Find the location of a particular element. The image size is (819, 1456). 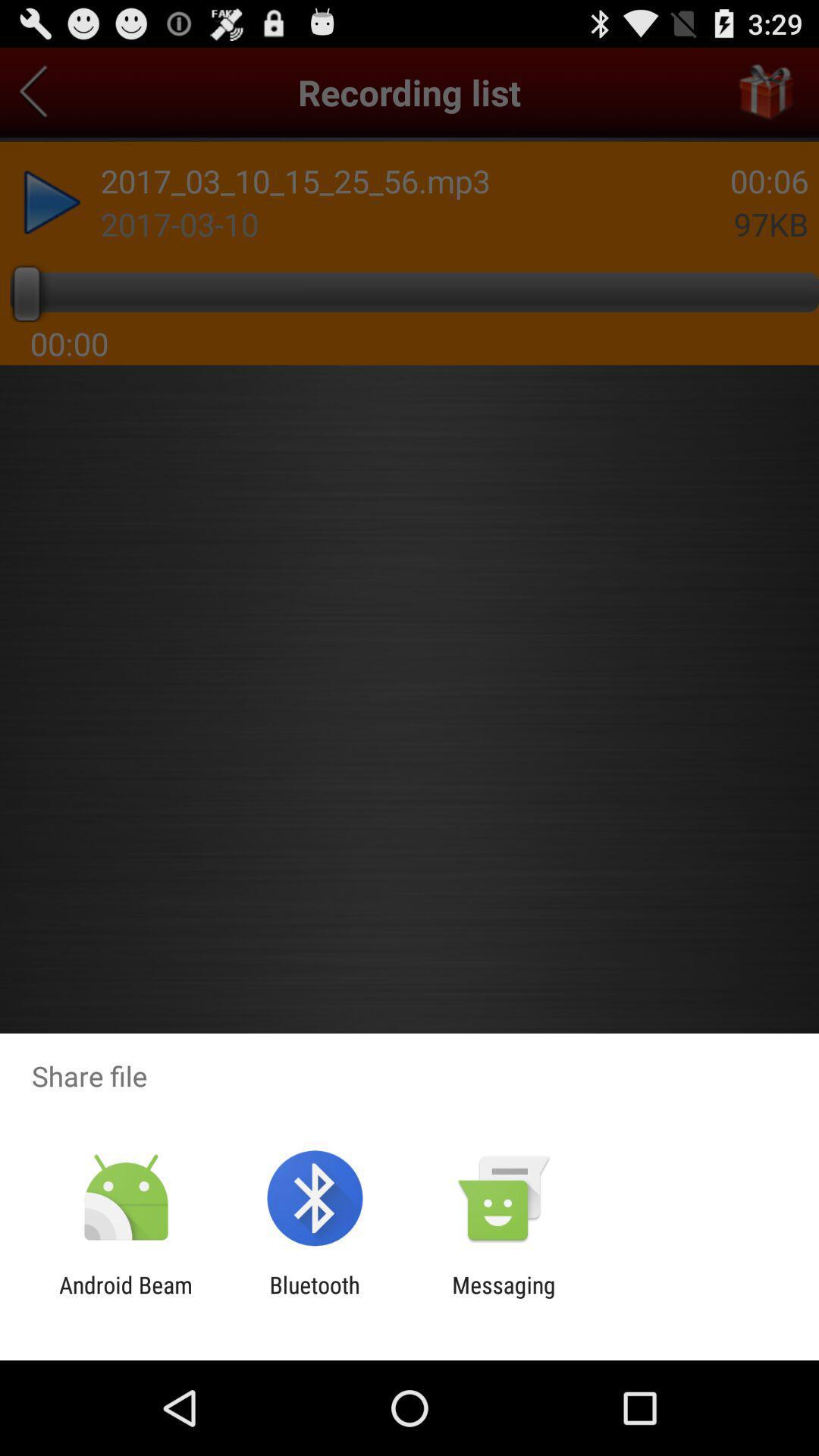

the bluetooth icon is located at coordinates (314, 1298).